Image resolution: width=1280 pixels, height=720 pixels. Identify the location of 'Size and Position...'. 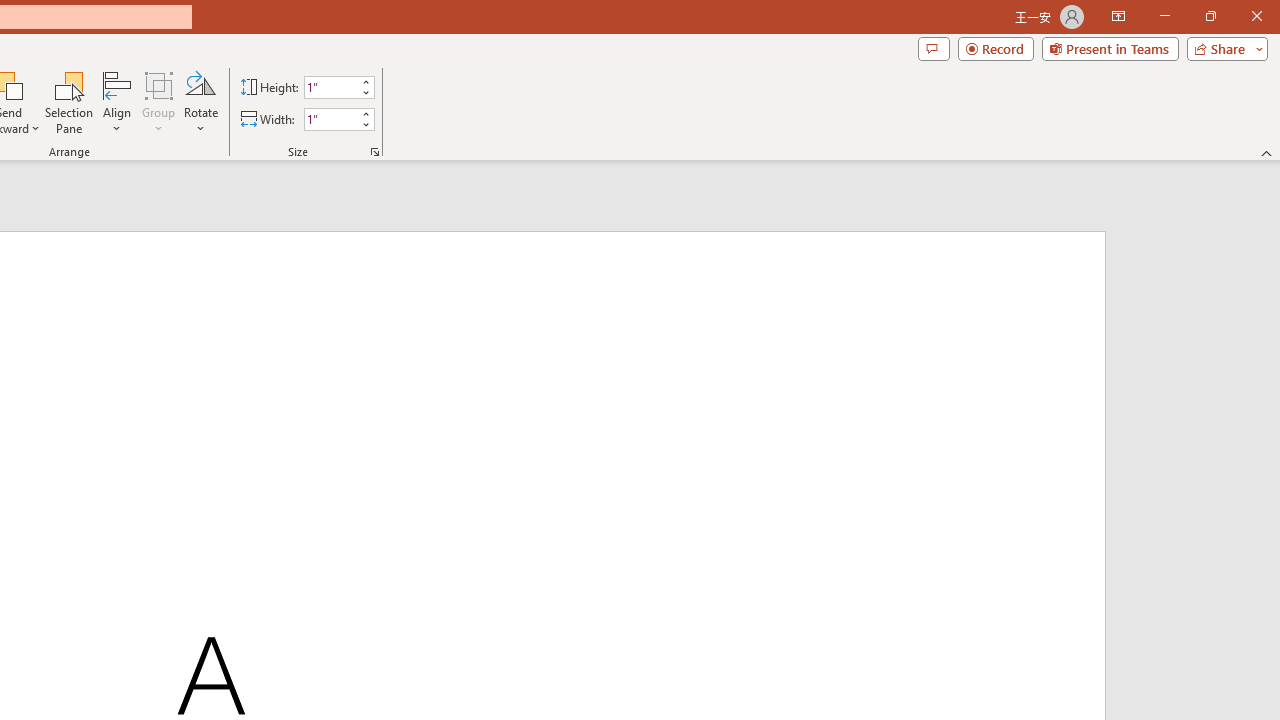
(375, 150).